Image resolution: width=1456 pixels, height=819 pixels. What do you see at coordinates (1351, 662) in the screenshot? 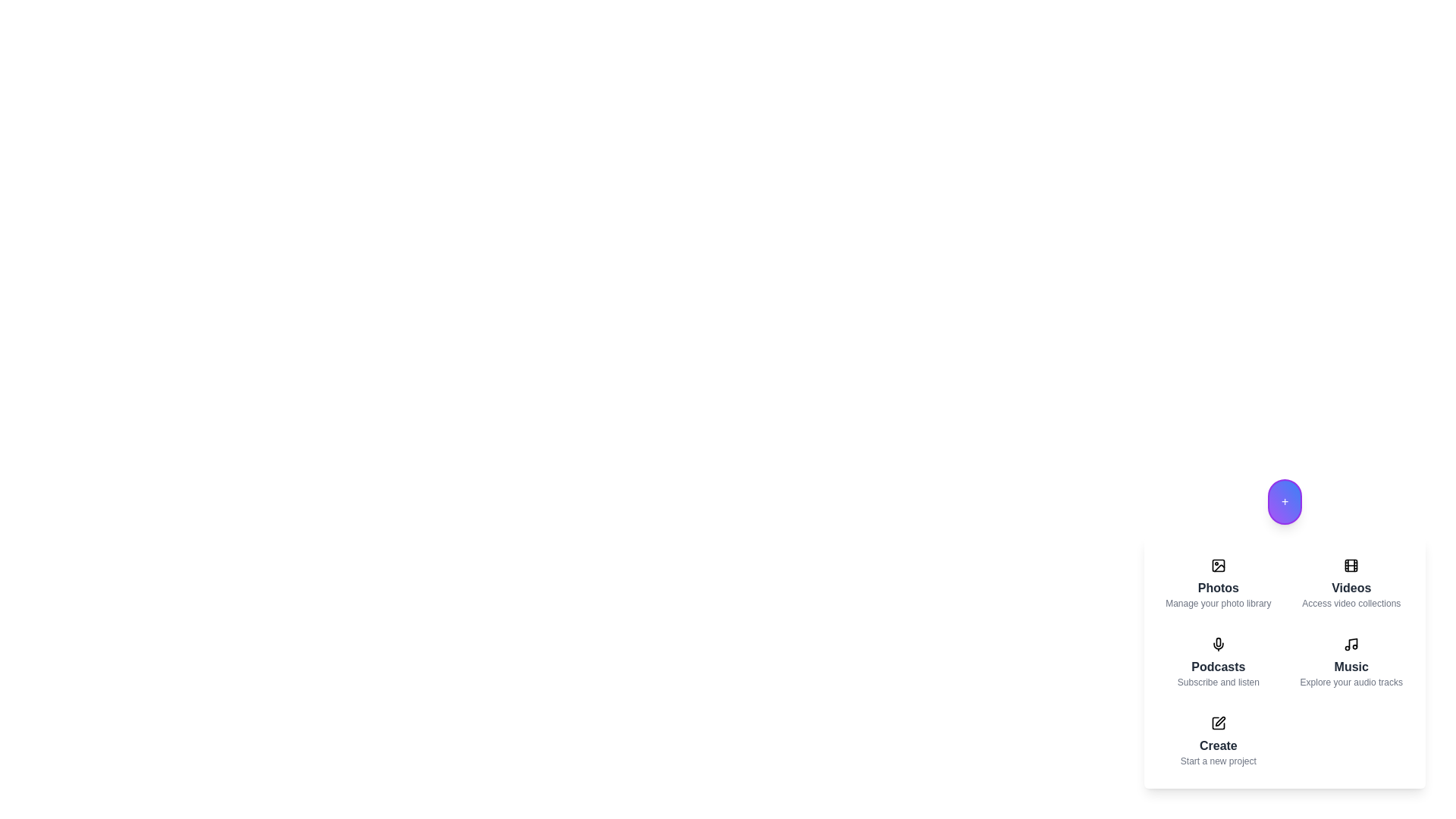
I see `the menu item corresponding to Music` at bounding box center [1351, 662].